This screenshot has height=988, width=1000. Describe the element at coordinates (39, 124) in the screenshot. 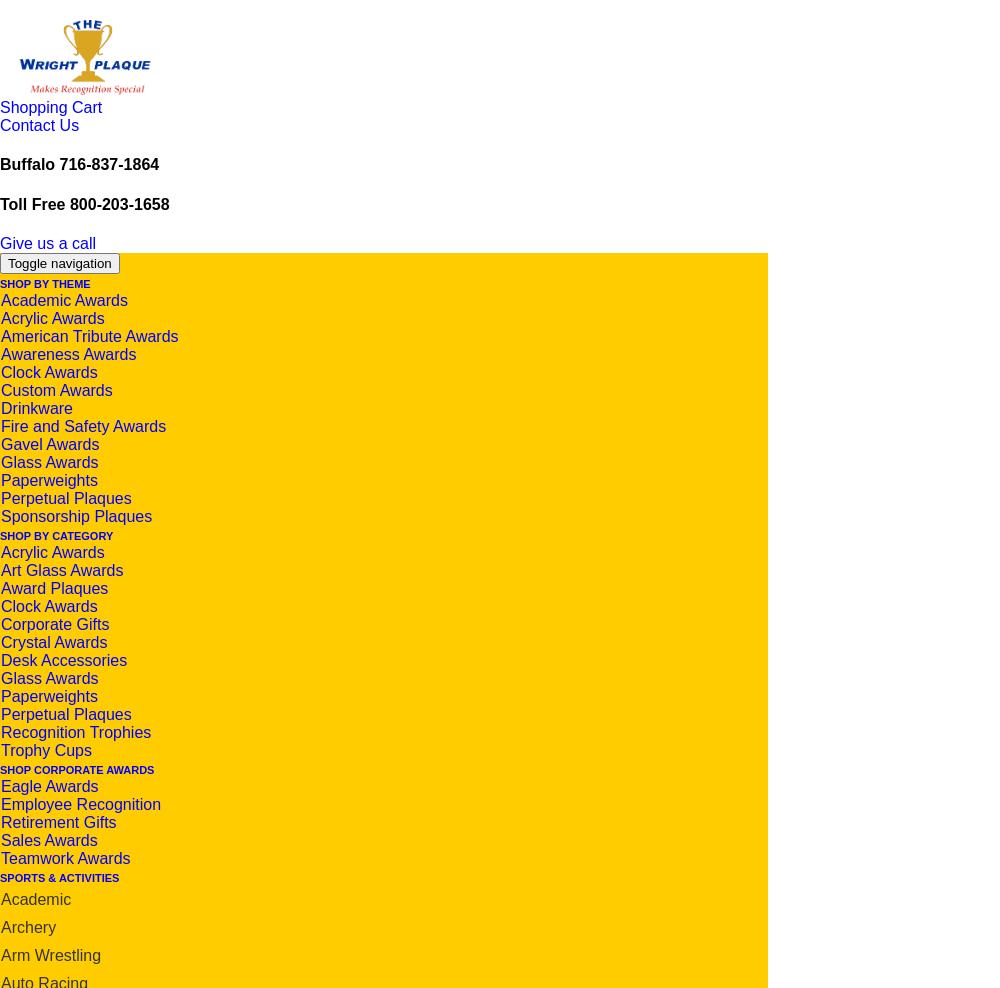

I see `'Contact Us'` at that location.